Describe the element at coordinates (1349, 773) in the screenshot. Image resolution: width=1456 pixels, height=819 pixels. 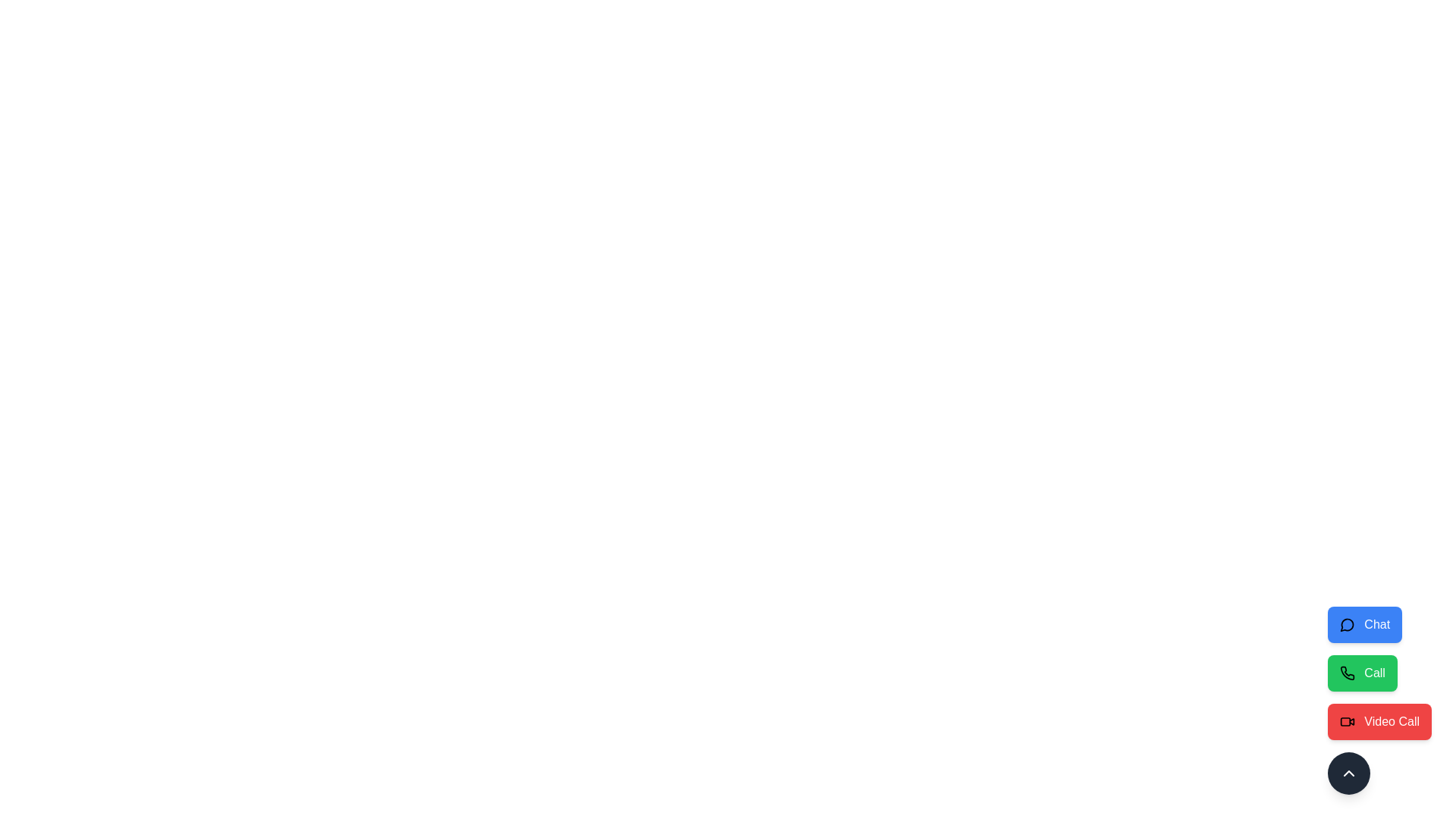
I see `toggle button to change the visibility of the action menu` at that location.